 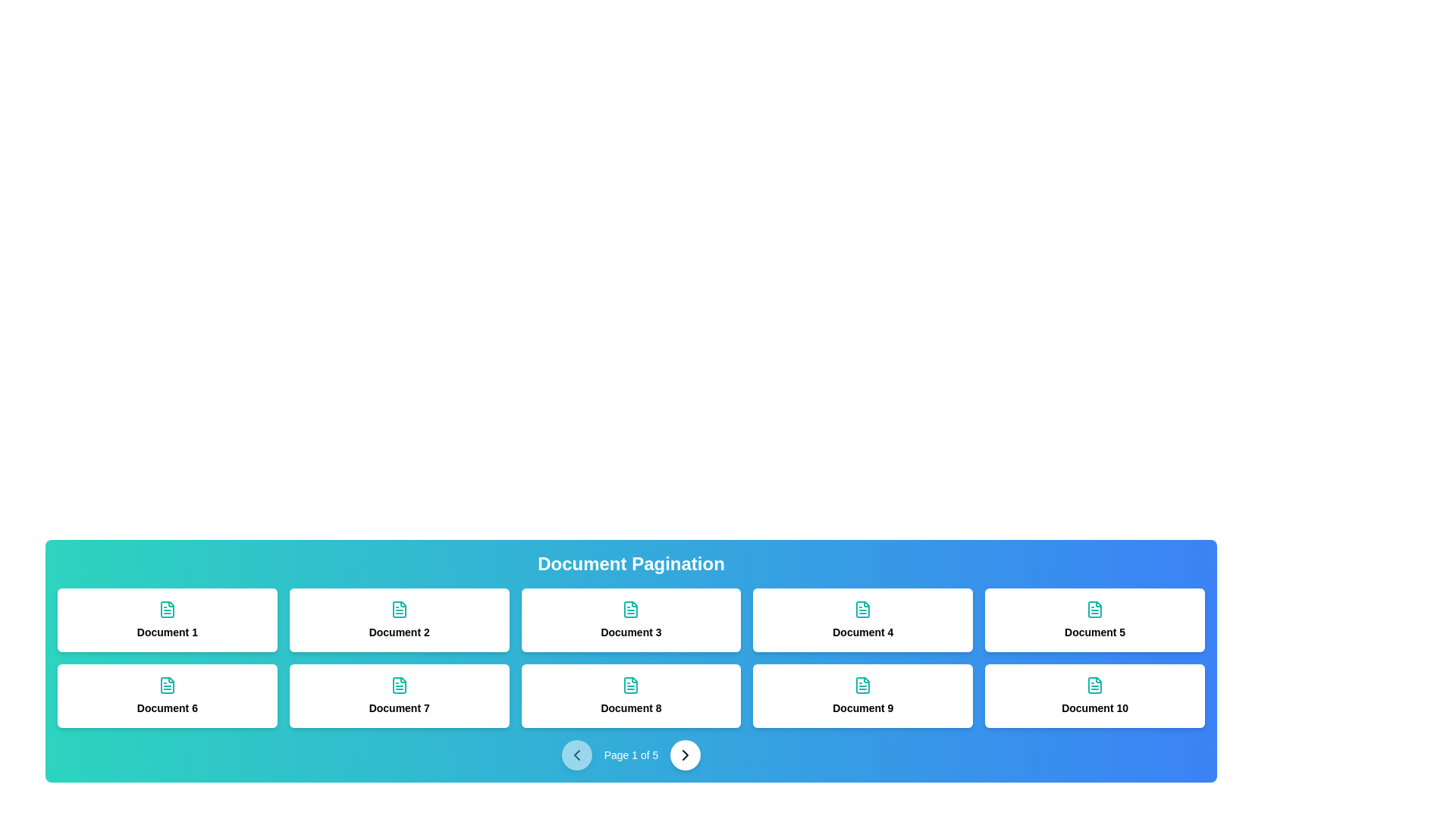 I want to click on the text label that reads 'Document Pagination', which is styled in bold, white, enlarged text and is centered at the top of the pagination section, so click(x=631, y=564).